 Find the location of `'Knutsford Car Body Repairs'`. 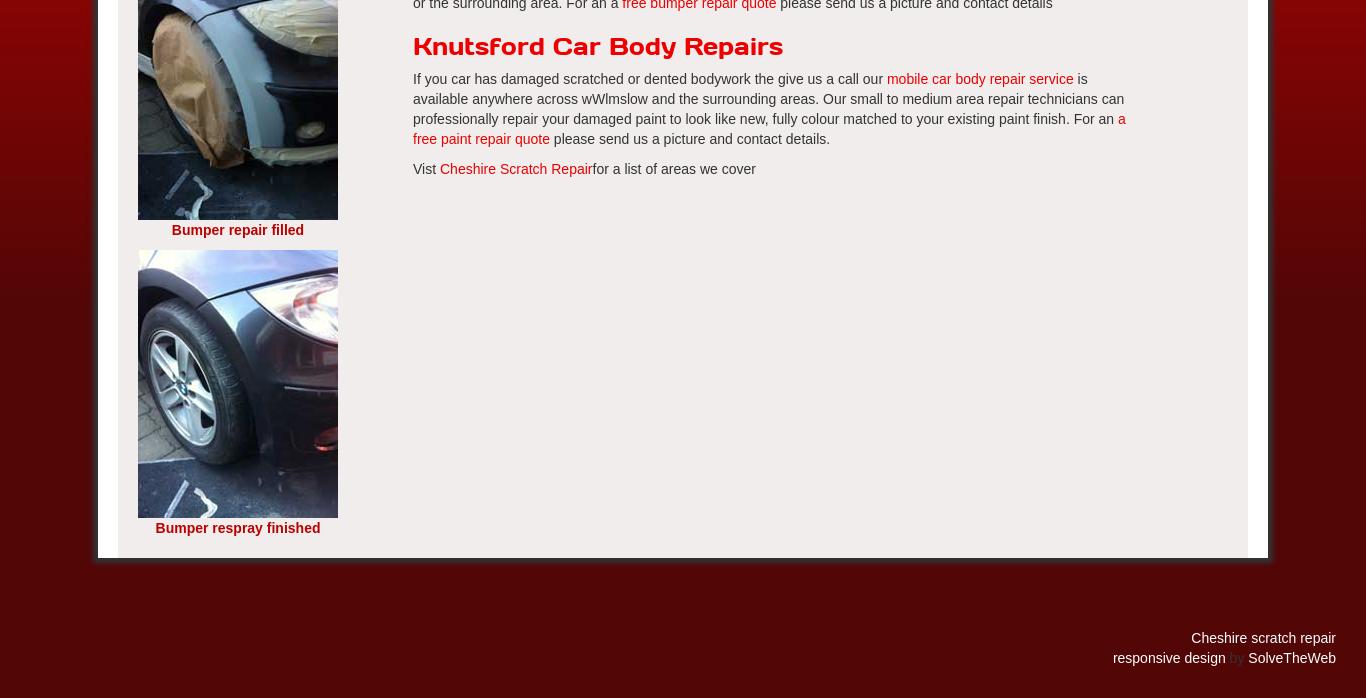

'Knutsford Car Body Repairs' is located at coordinates (597, 44).